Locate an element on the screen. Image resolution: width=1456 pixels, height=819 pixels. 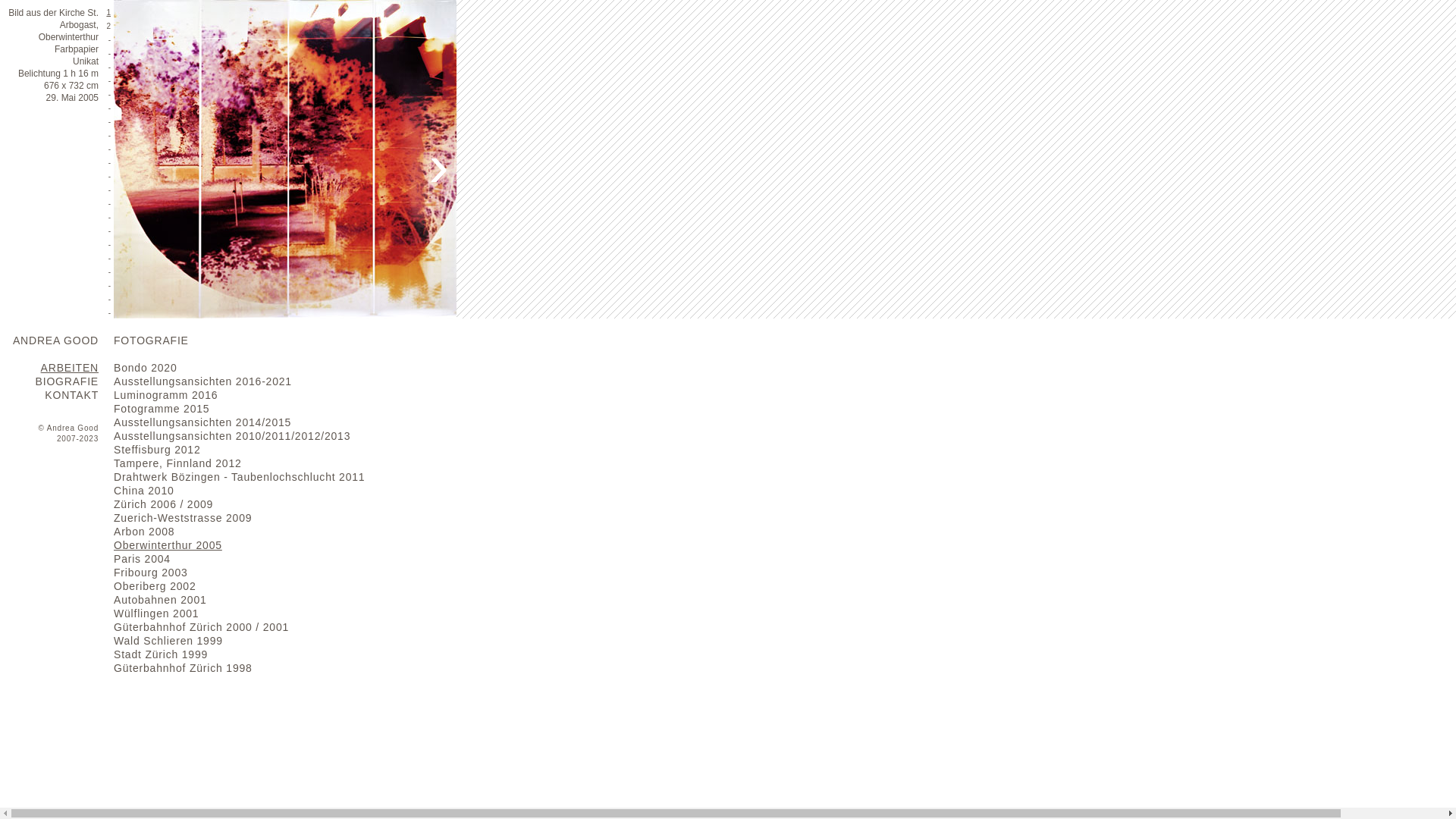
'KONTAKT' is located at coordinates (71, 394).